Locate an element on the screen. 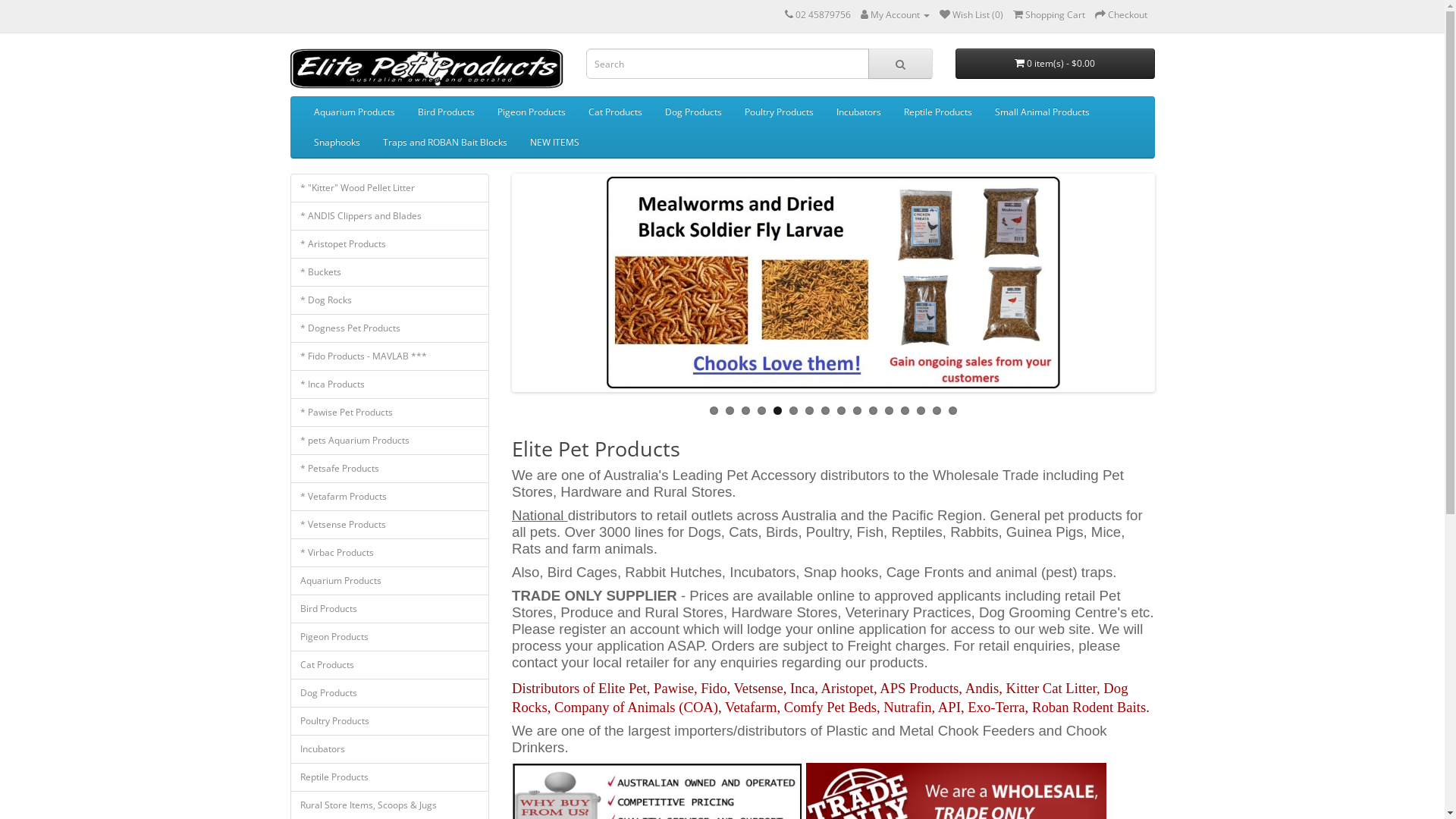 This screenshot has width=1456, height=819. 'Poultry Products' is located at coordinates (389, 720).